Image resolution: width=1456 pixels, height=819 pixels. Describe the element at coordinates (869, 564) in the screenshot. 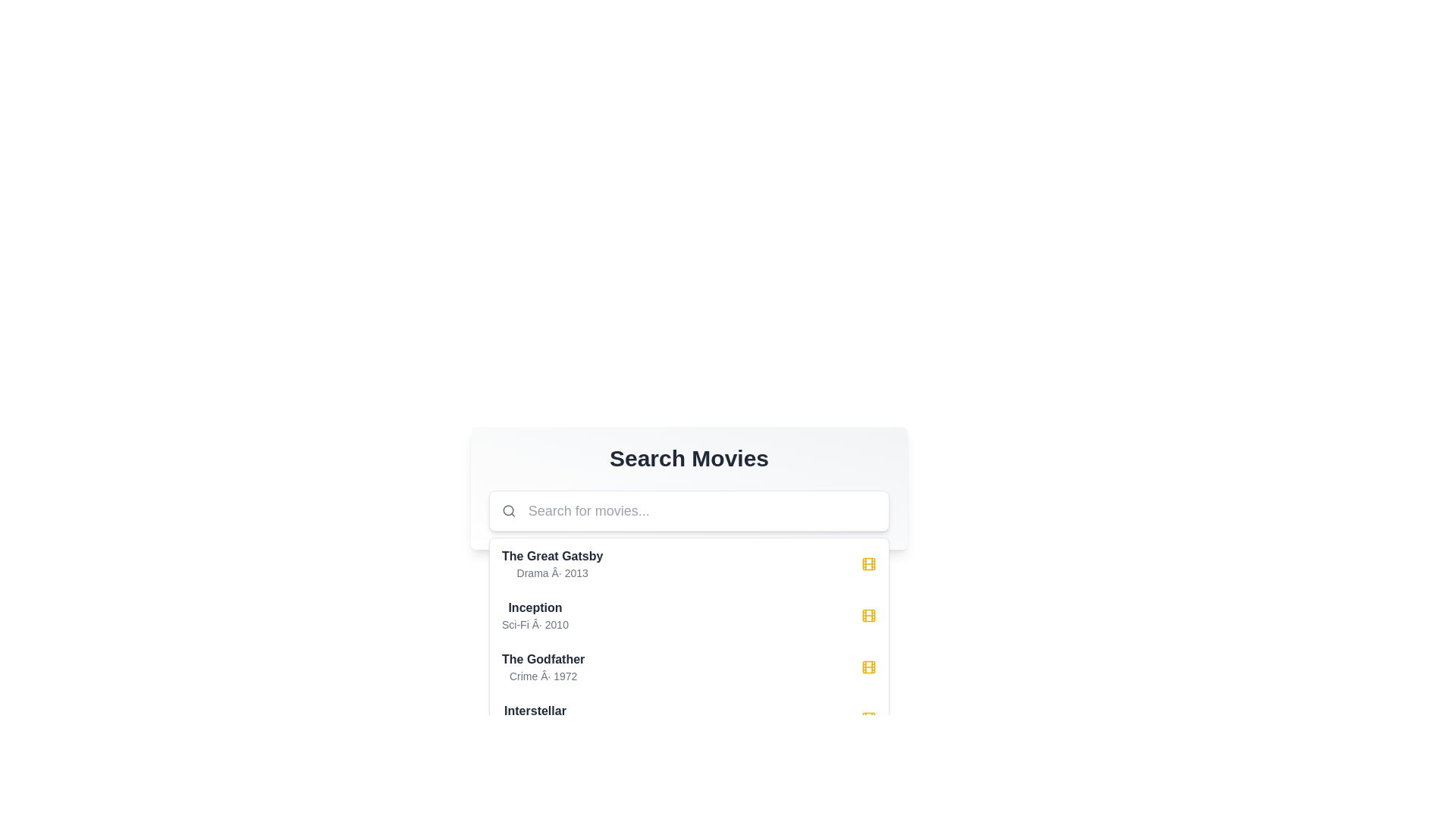

I see `the rectangular decorative element within the SVG-based icon, styled with a yellow border, located in the movie search interface, to the right of a movie's title` at that location.